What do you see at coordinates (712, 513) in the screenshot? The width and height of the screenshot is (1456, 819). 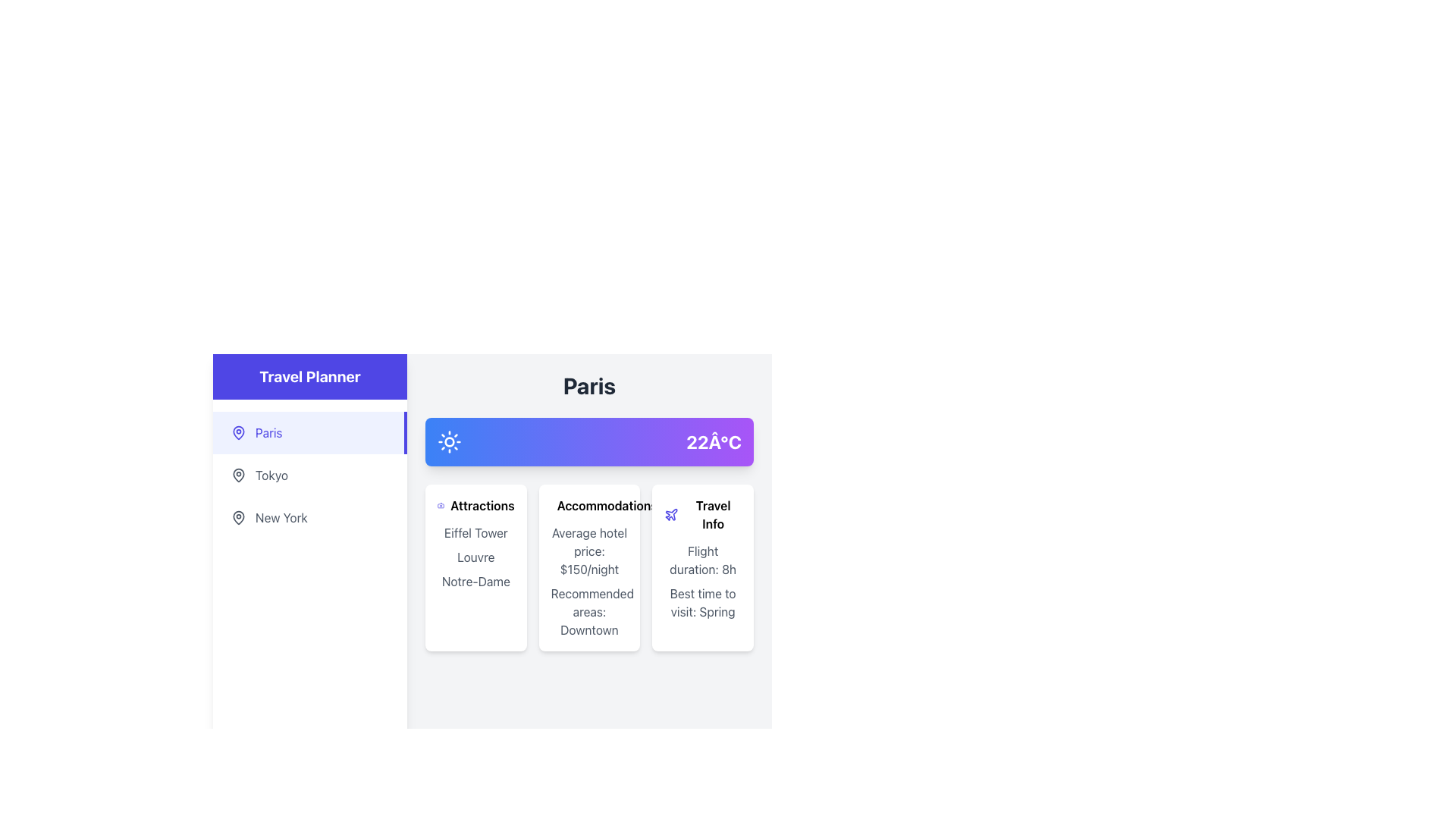 I see `the 'Travel Info' text label, which is a bold heading located in the third column of a grid, immediately to the right of the 'Accommodation' section` at bounding box center [712, 513].